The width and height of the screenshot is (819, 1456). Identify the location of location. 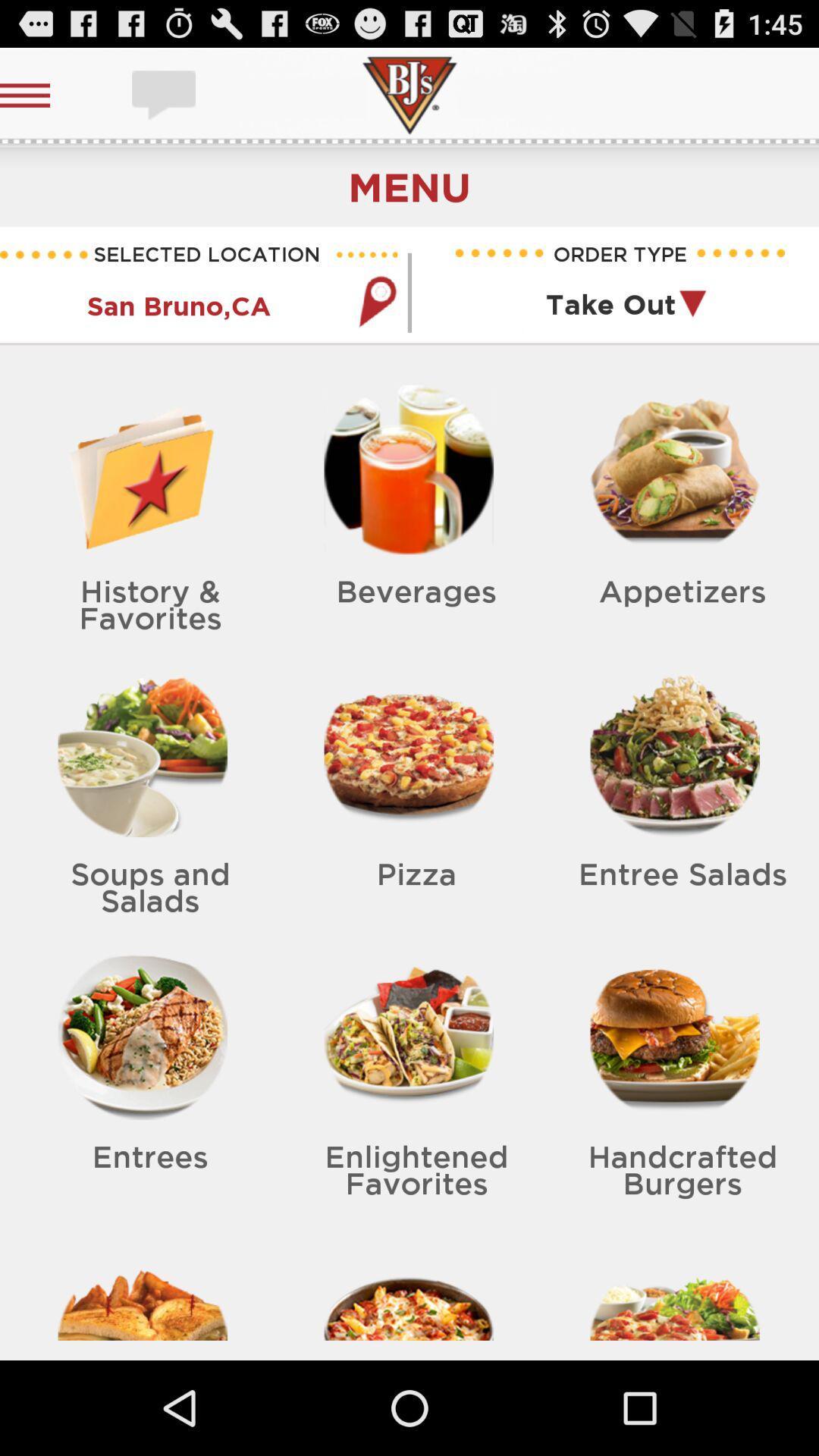
(376, 301).